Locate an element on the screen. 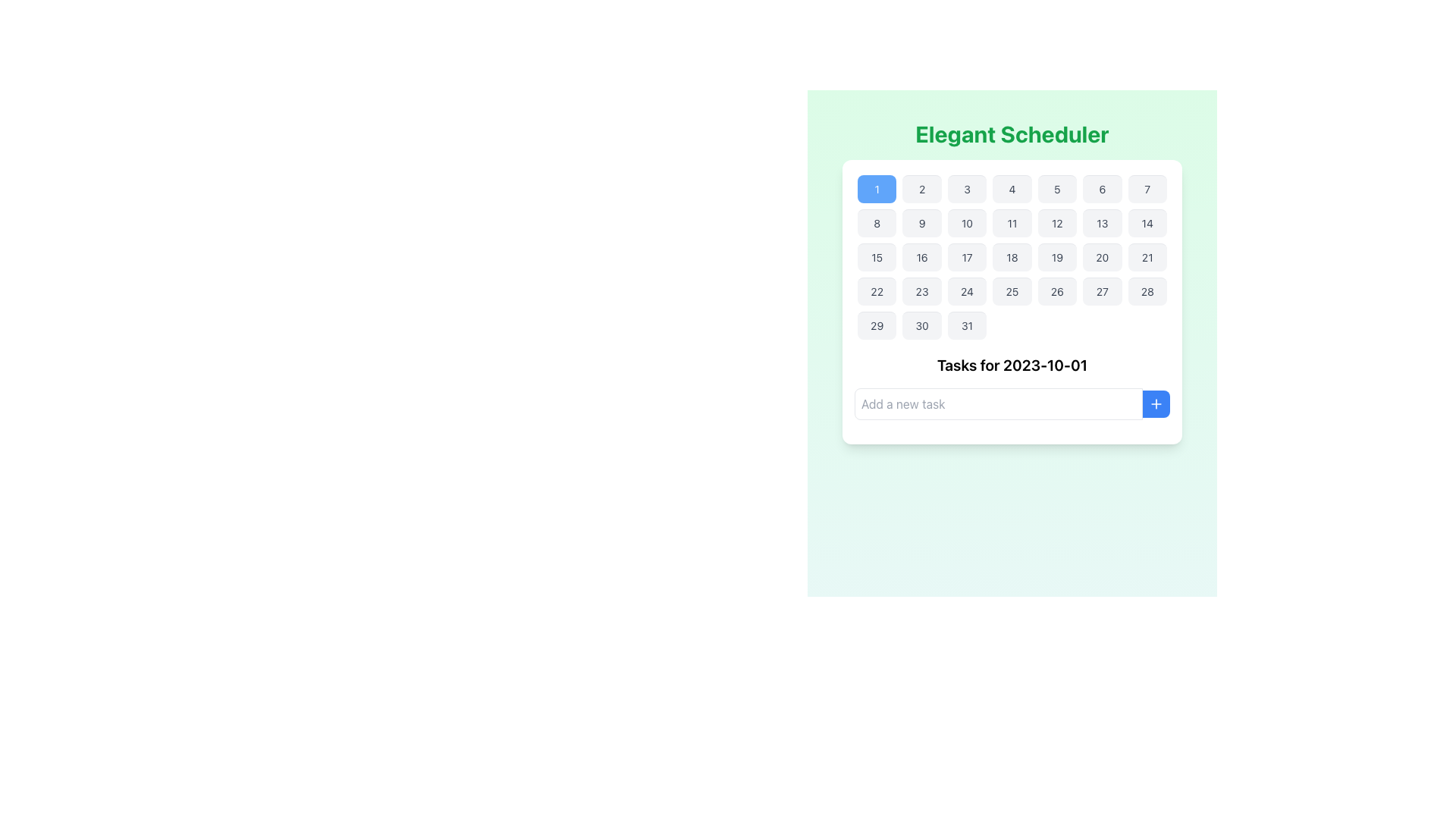 Image resolution: width=1456 pixels, height=819 pixels. the rounded rectangular button labeled '10' with a light gray background and dark gray text, located in the second row and third column of the calendar grid to change its style is located at coordinates (966, 223).